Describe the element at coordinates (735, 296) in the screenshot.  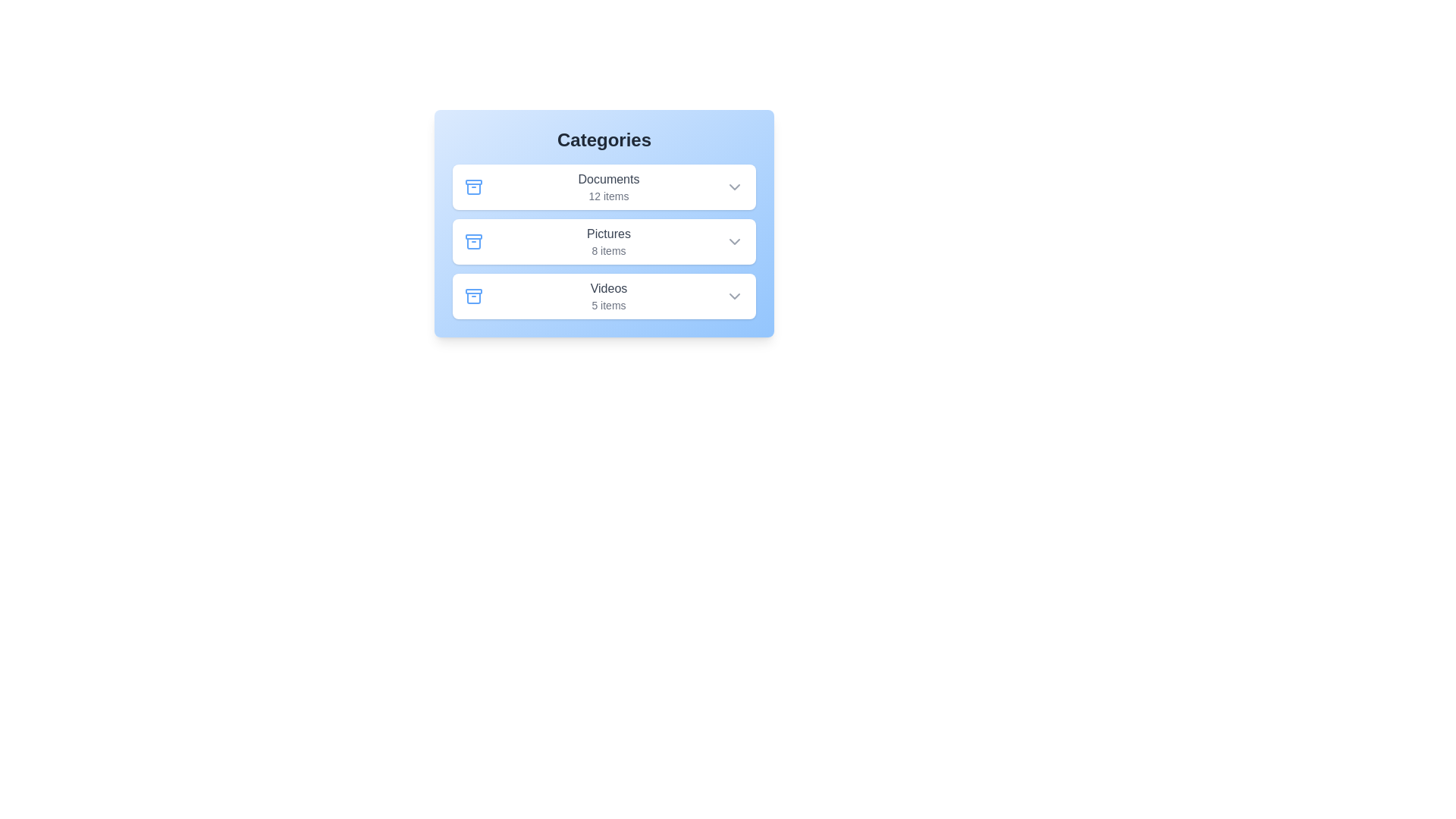
I see `the dropdown icon of the Videos item` at that location.